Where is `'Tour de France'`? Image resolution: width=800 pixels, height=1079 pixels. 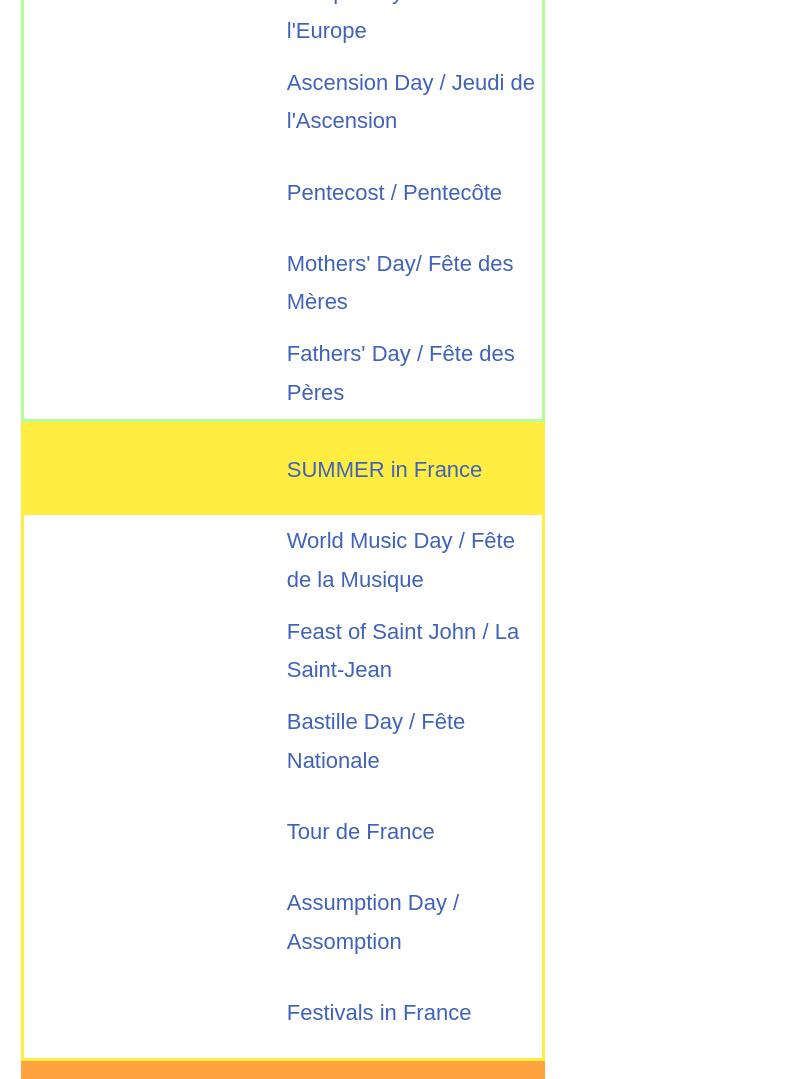 'Tour de France' is located at coordinates (360, 831).